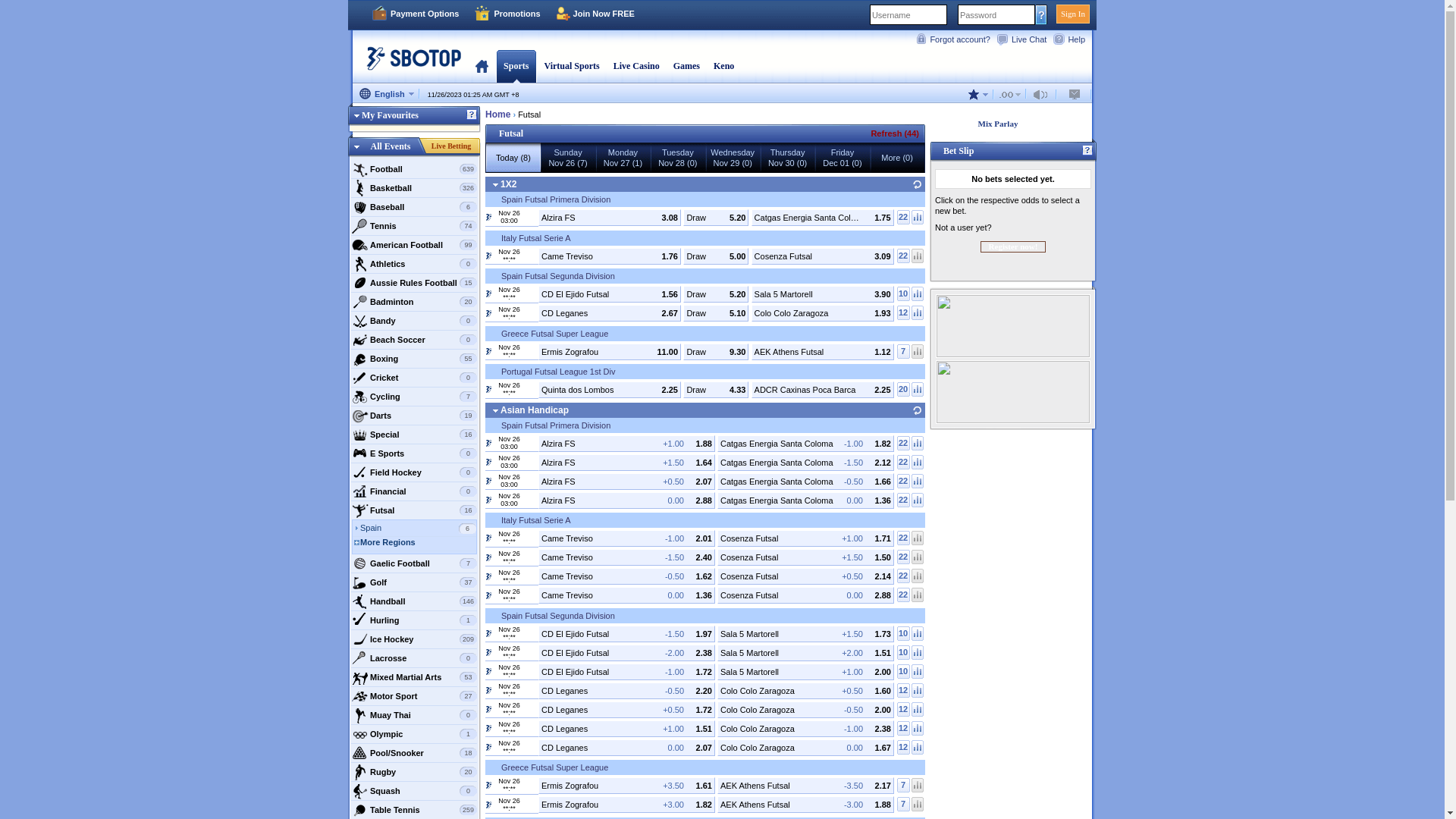  What do you see at coordinates (414, 207) in the screenshot?
I see `'Baseball` at bounding box center [414, 207].